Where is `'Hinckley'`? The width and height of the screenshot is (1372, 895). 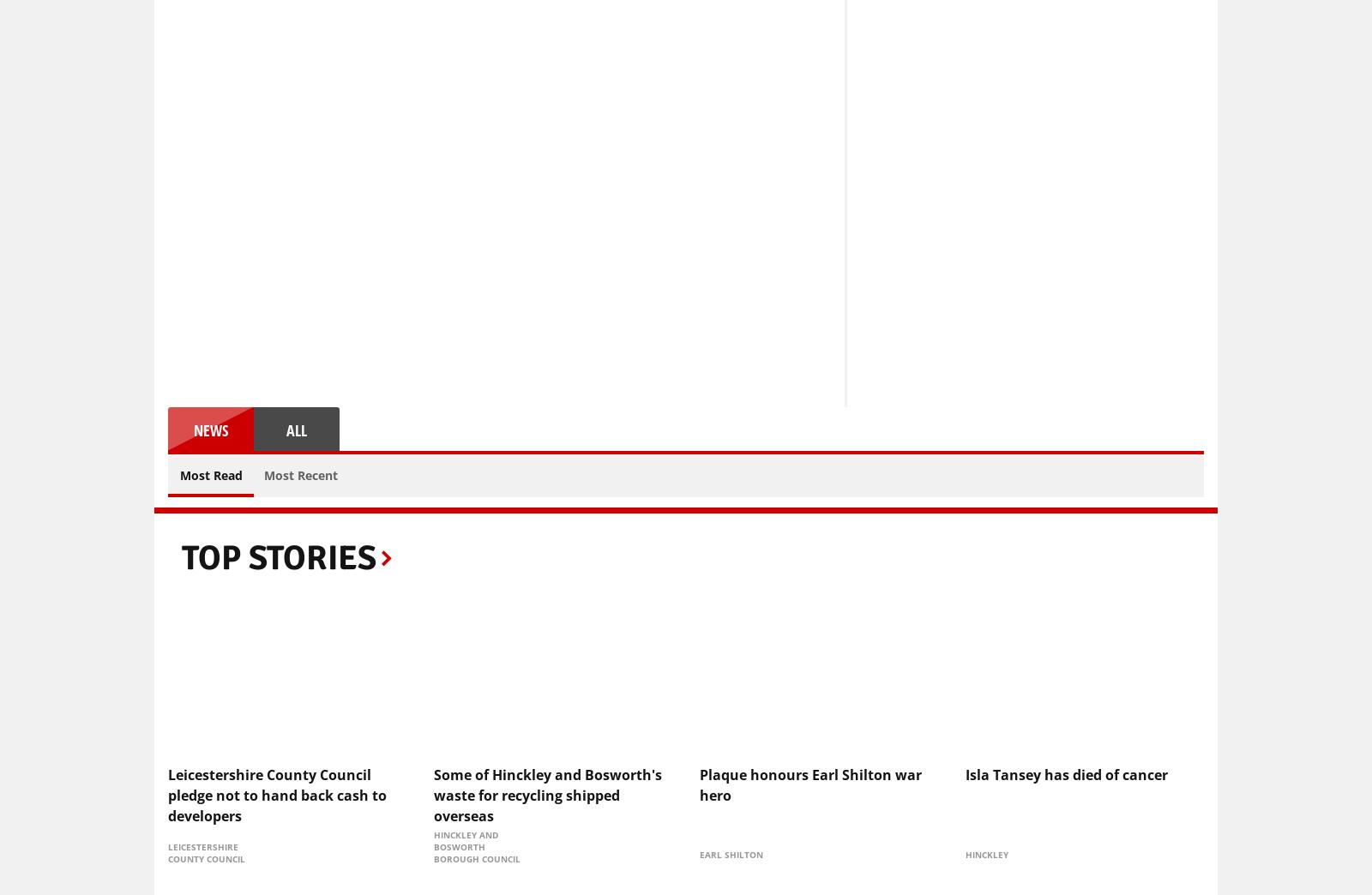
'Hinckley' is located at coordinates (965, 853).